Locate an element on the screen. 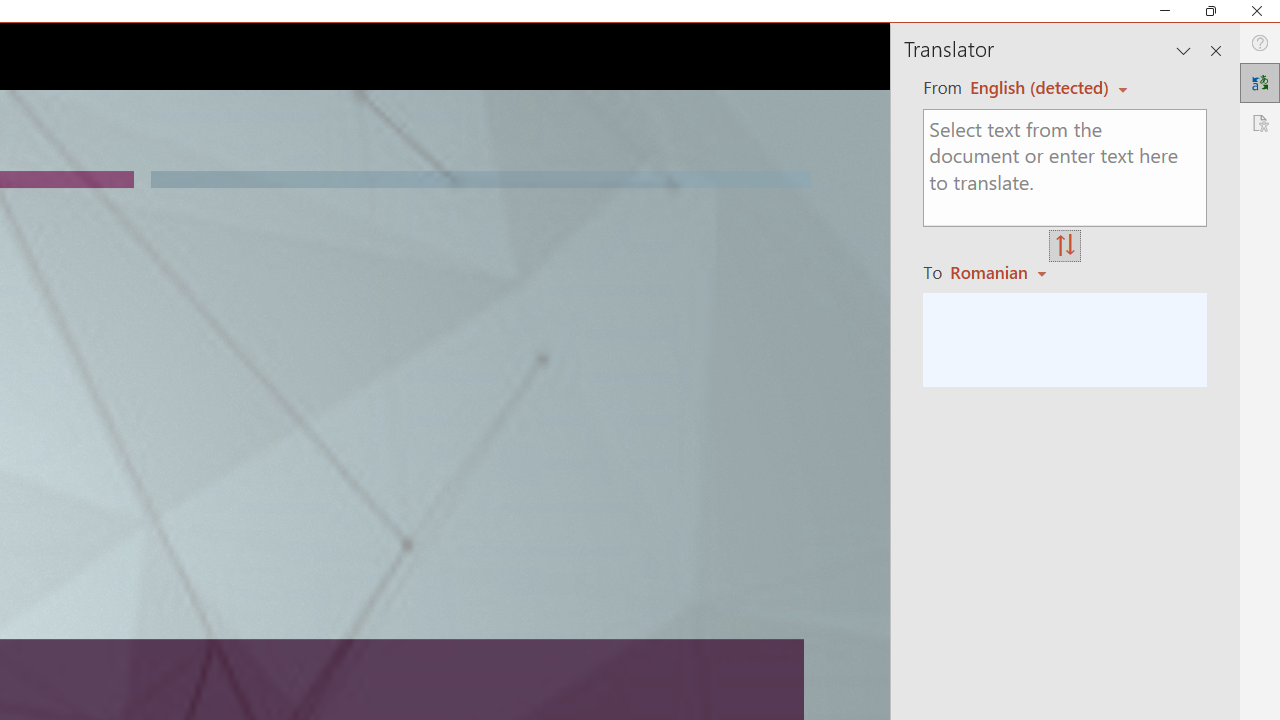 The height and width of the screenshot is (720, 1280). 'Romanian' is located at coordinates (1001, 272).